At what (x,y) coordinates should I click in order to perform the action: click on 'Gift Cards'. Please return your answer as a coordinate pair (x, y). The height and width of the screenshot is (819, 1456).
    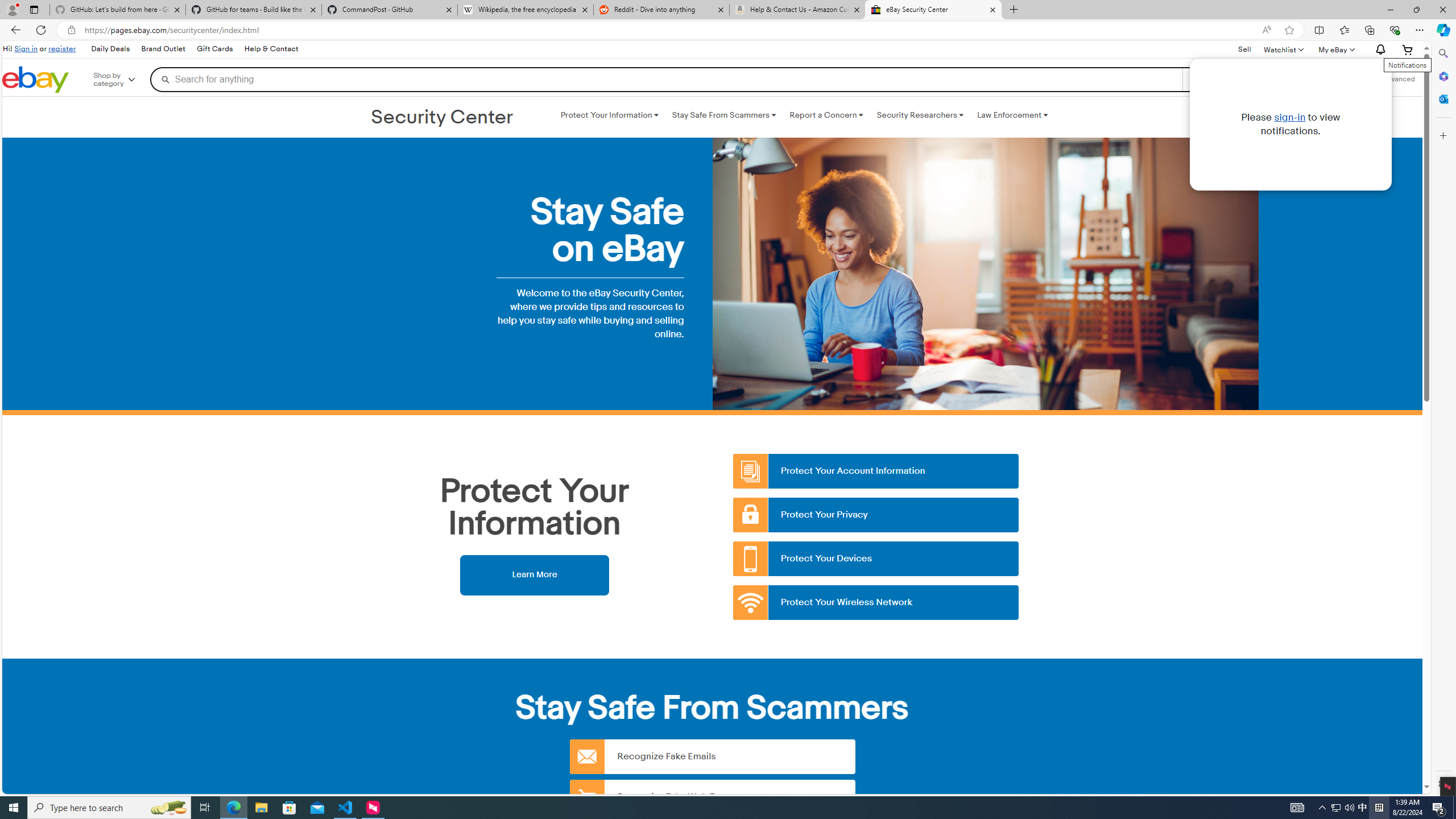
    Looking at the image, I should click on (214, 49).